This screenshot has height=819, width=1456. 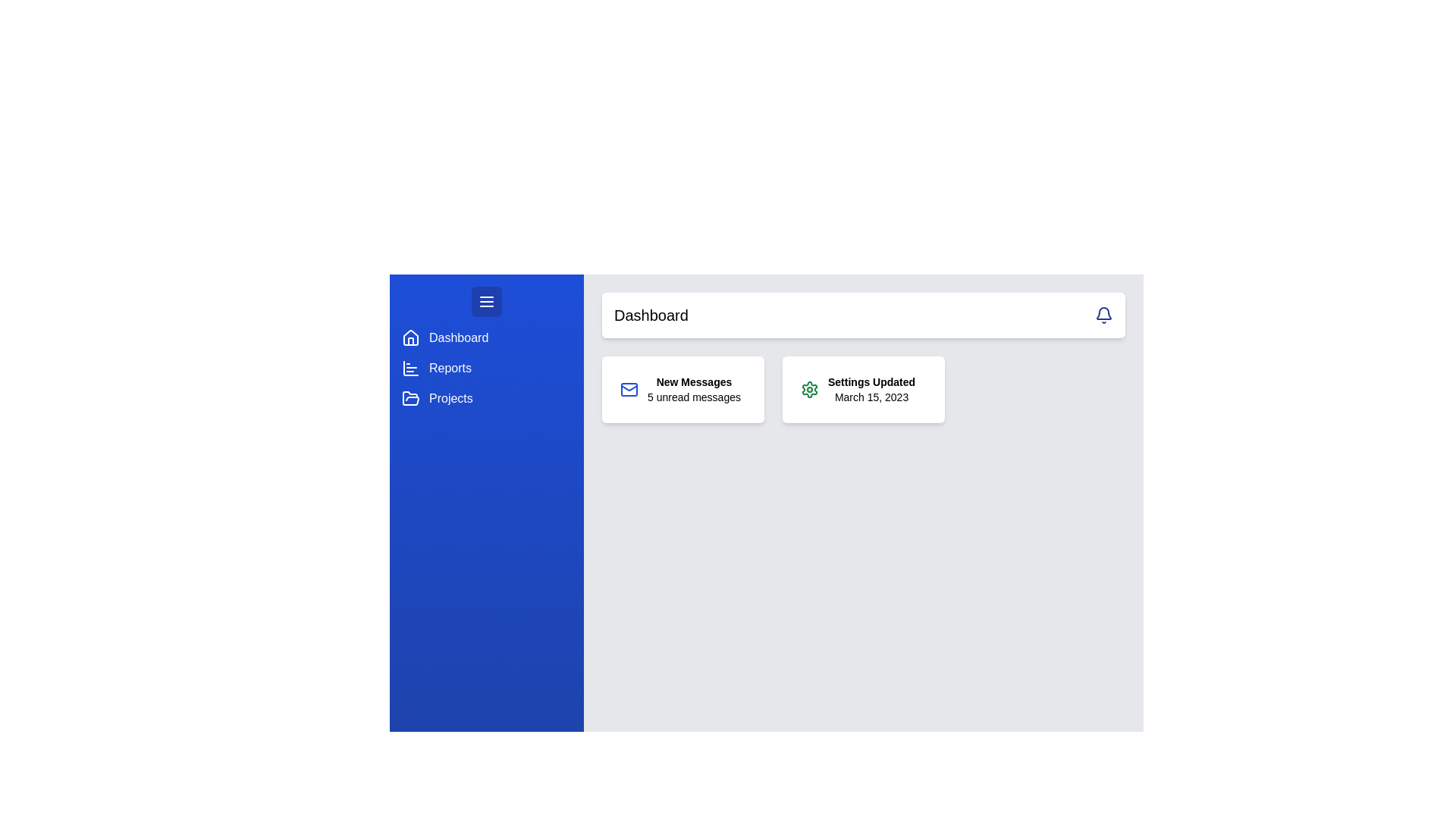 I want to click on the interactive date text displaying 'March 15, 2023', which is located below the 'Settings Updated' text within its card, so click(x=871, y=397).